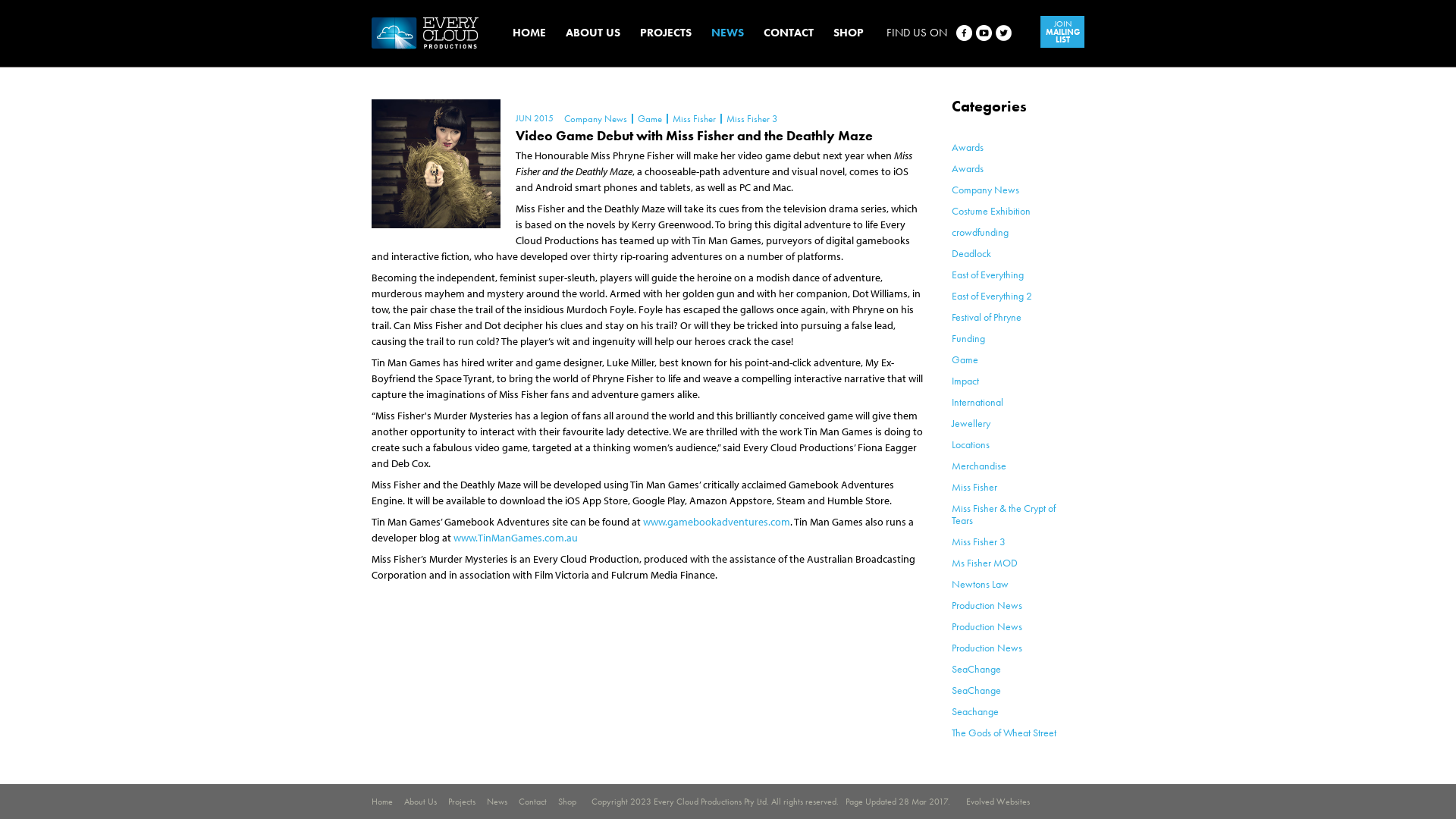  Describe the element at coordinates (710, 32) in the screenshot. I see `'NEWS'` at that location.